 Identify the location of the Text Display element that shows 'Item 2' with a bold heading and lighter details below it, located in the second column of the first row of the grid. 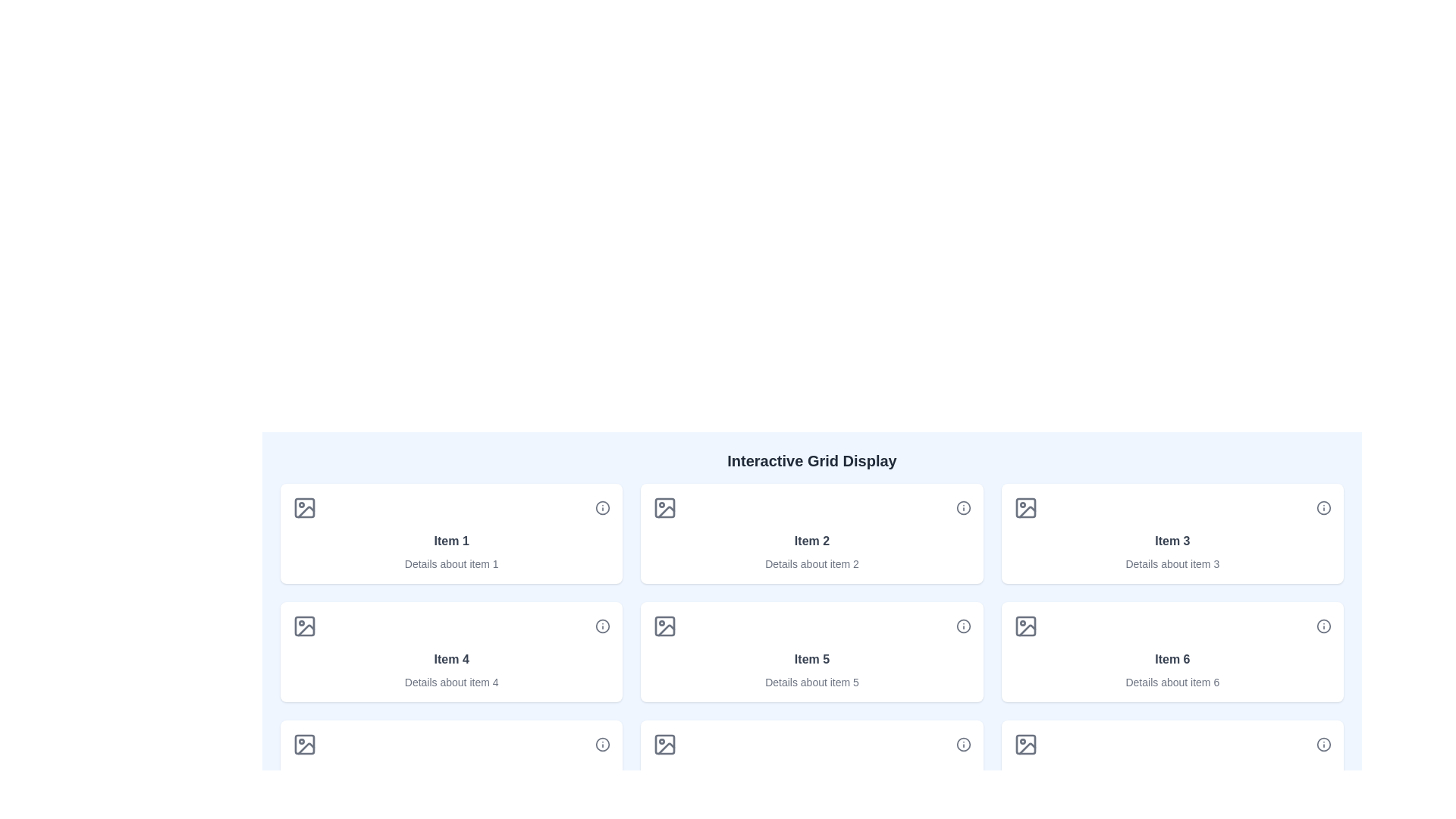
(811, 552).